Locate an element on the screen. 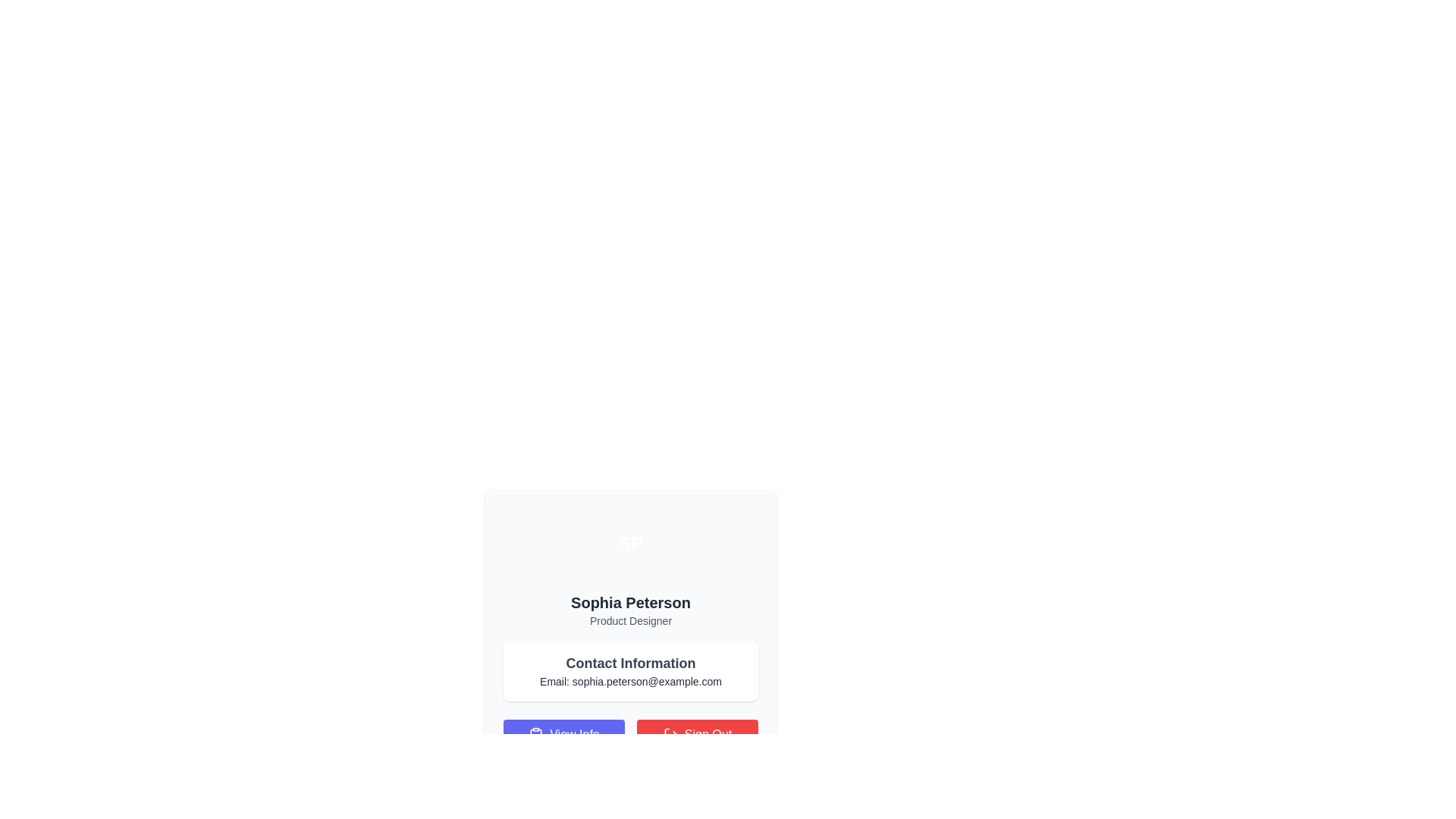  the red rectangular button labeled 'Sign Out' with rounded corners is located at coordinates (697, 733).